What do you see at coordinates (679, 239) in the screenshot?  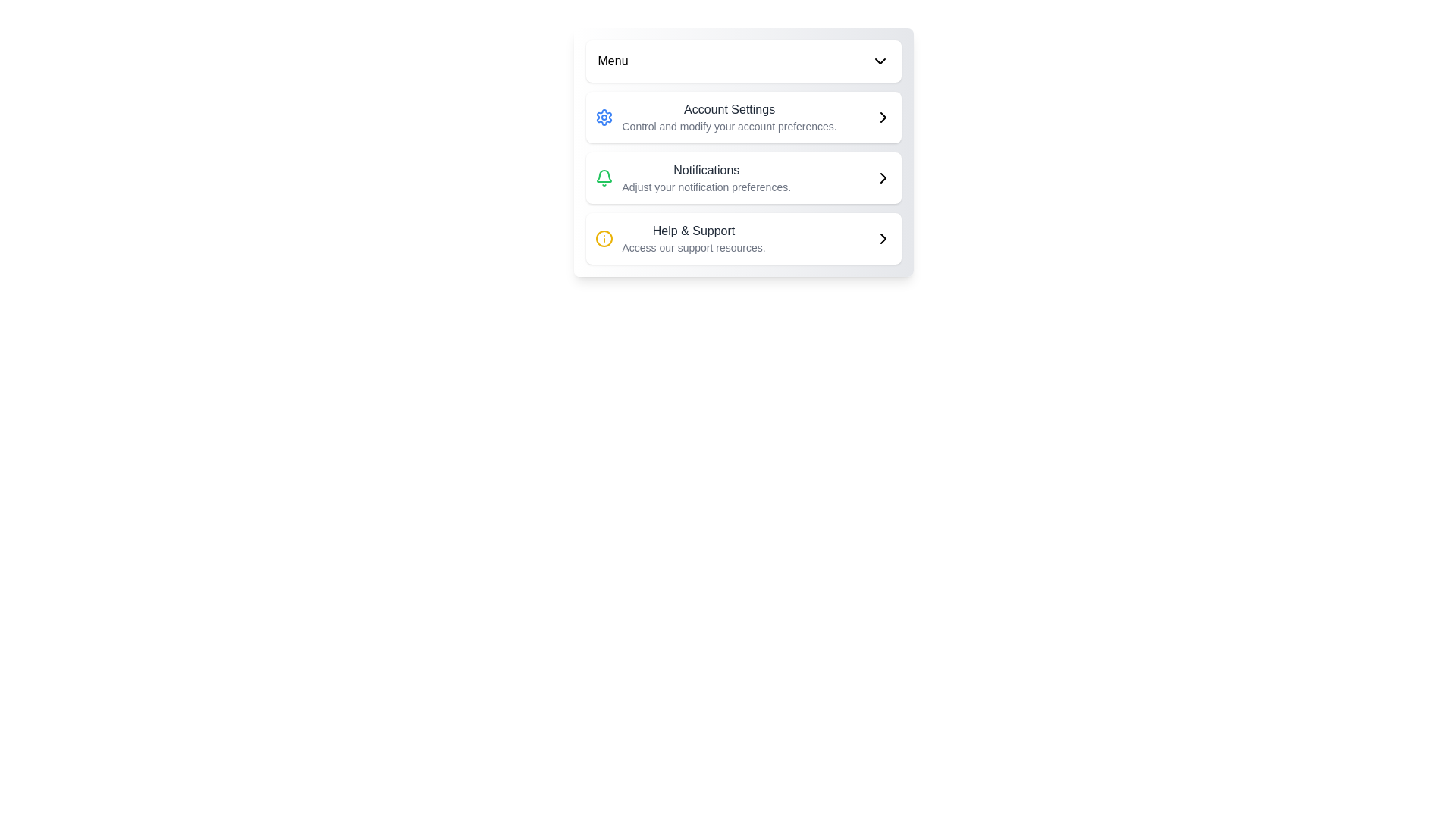 I see `the 'Help & Support' navigational link, which features a yellow circular icon with an information symbol and accompanying description text` at bounding box center [679, 239].